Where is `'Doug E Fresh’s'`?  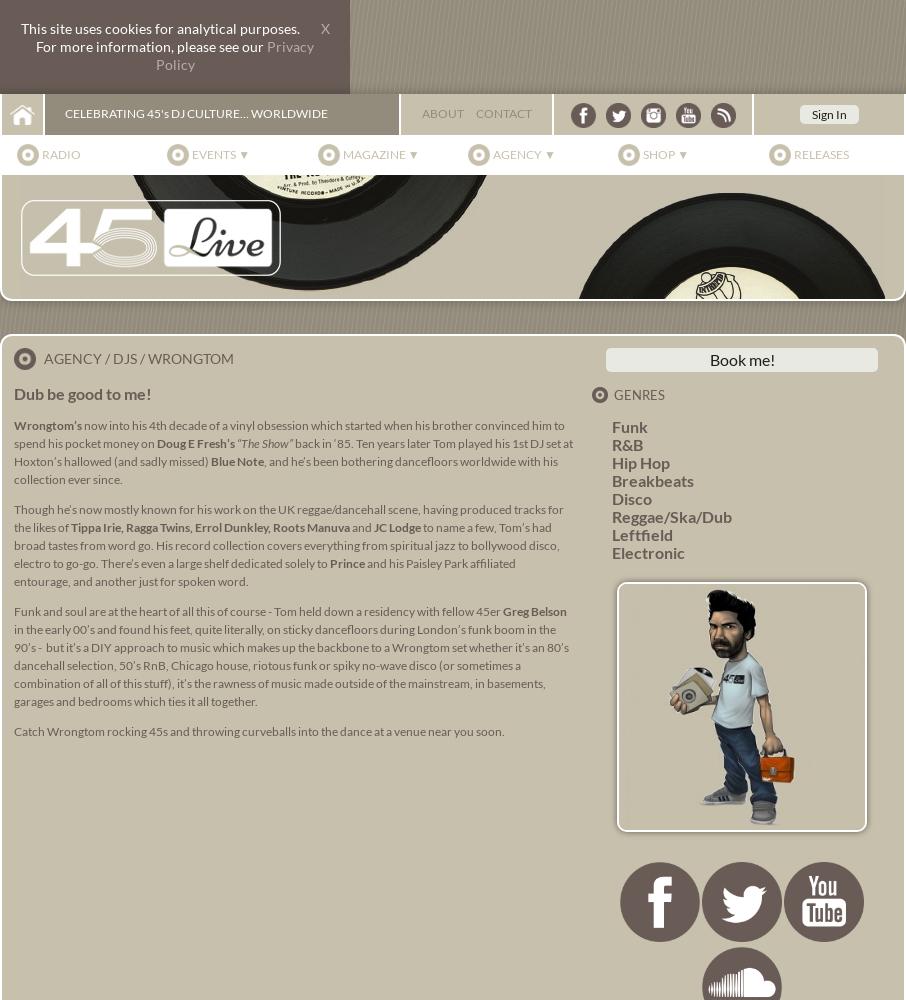 'Doug E Fresh’s' is located at coordinates (194, 442).